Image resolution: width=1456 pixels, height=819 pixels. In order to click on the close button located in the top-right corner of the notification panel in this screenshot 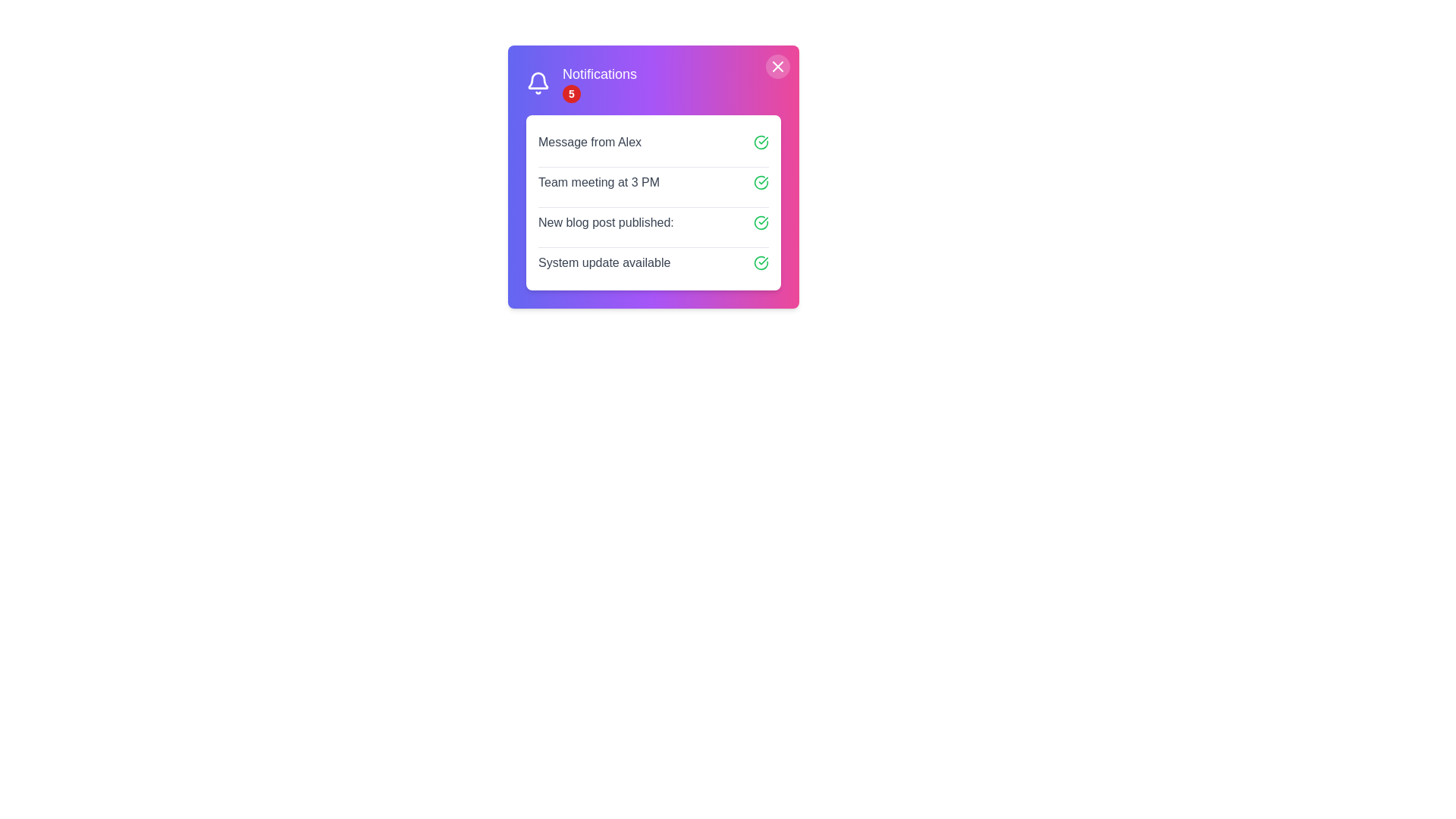, I will do `click(778, 67)`.